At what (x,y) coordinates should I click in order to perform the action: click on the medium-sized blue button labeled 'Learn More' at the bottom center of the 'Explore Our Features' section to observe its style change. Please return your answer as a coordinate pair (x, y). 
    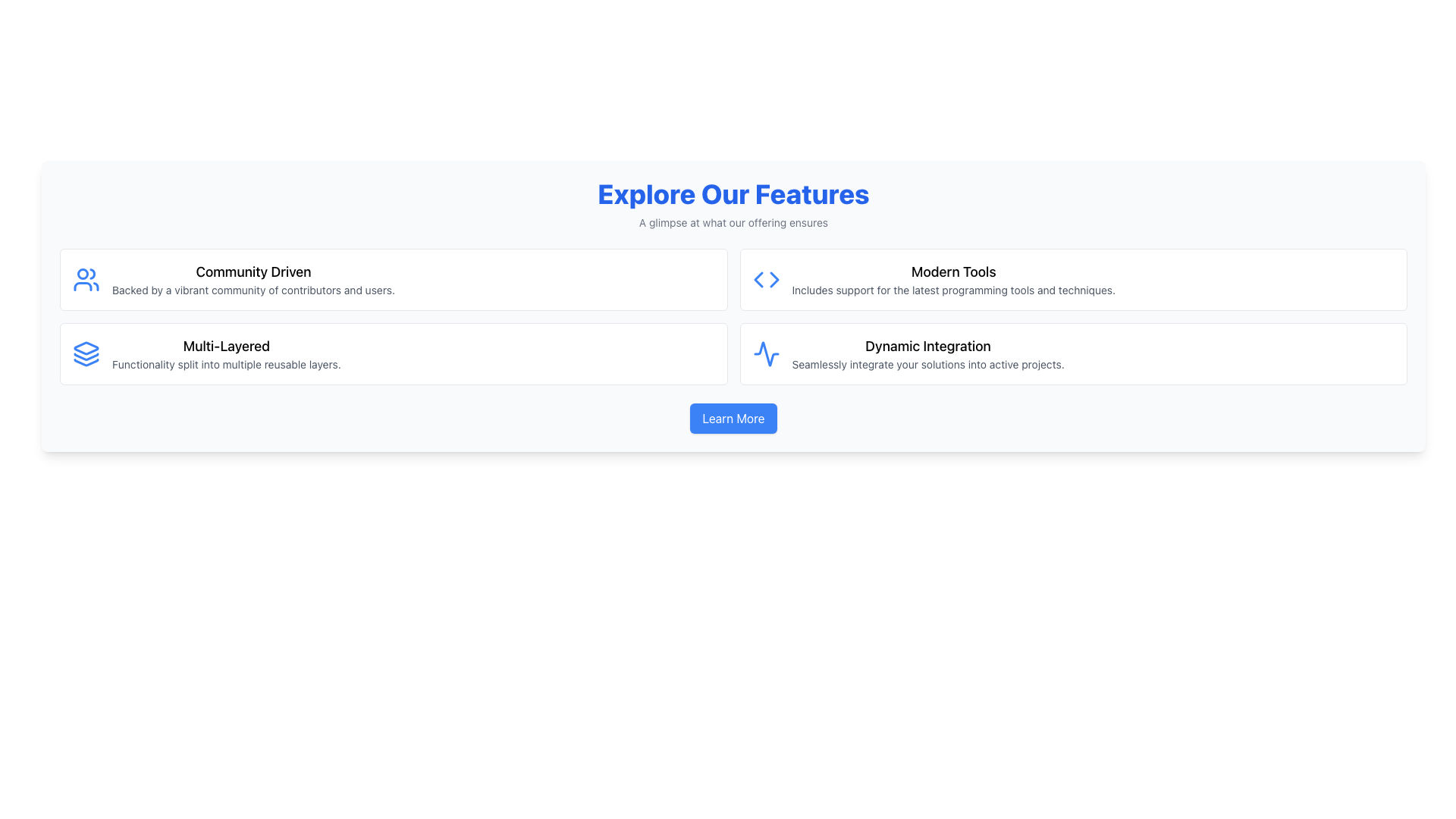
    Looking at the image, I should click on (733, 418).